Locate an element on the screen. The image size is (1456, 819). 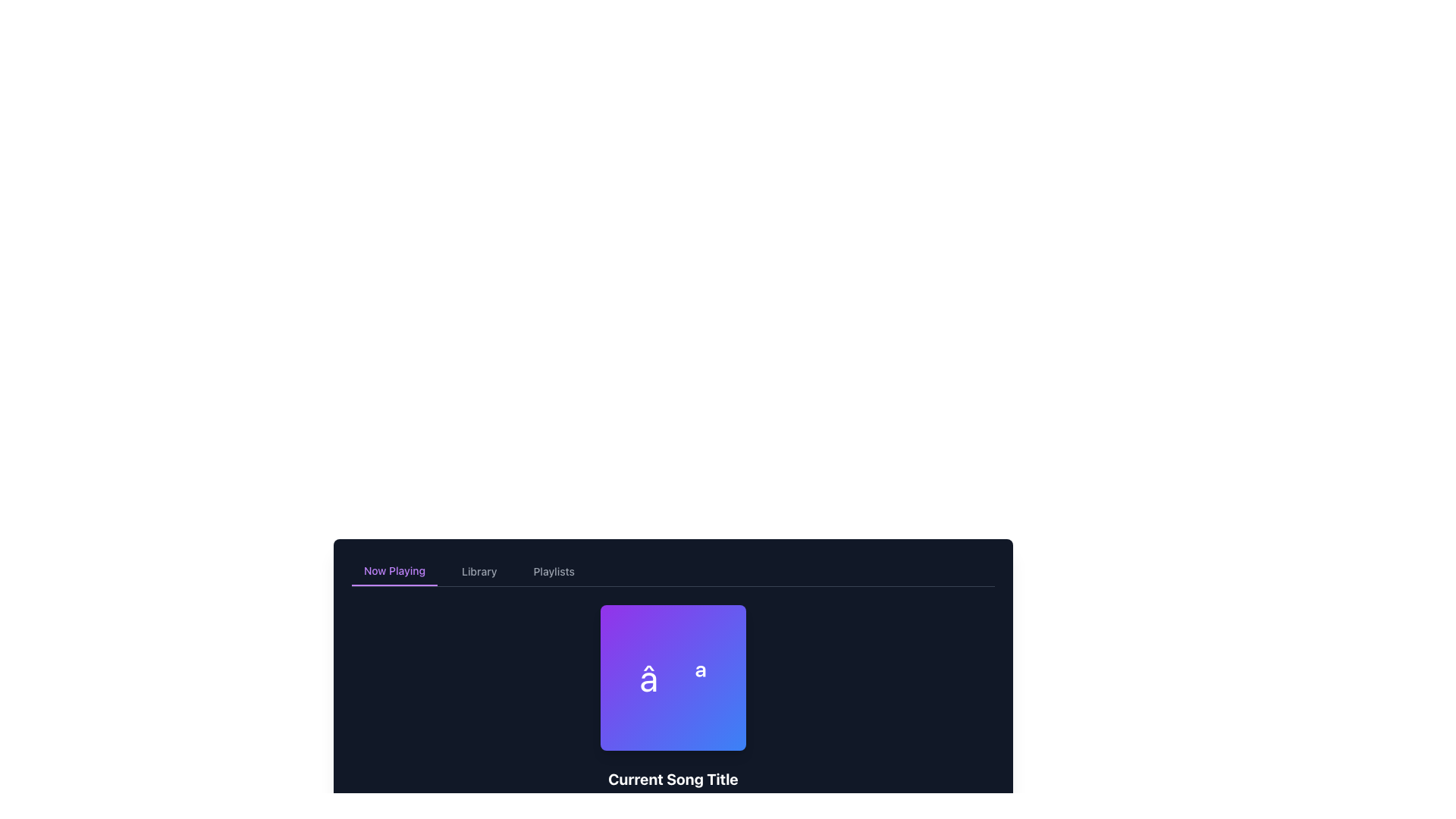
the navigation button that allows users is located at coordinates (394, 571).